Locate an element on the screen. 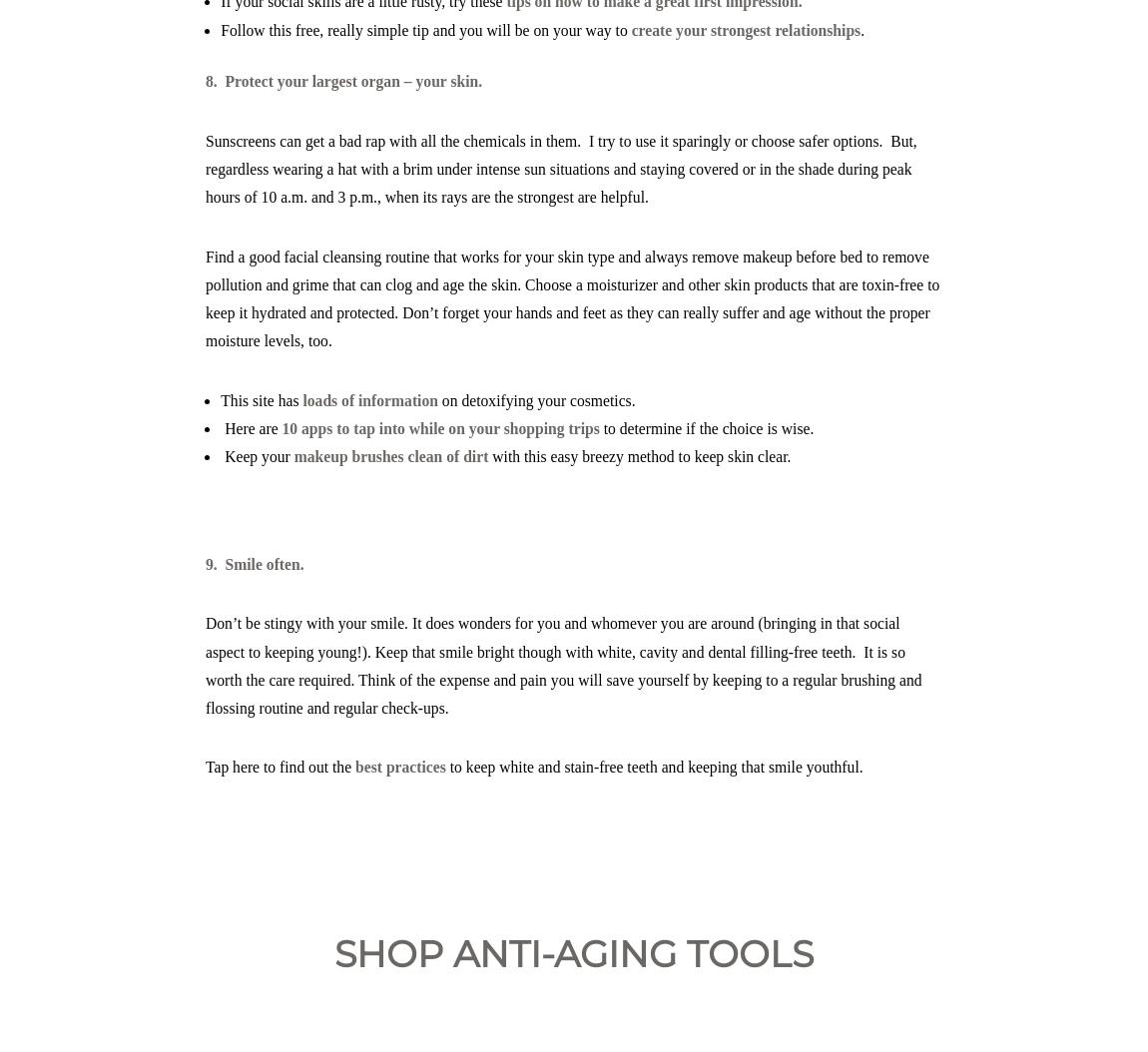 Image resolution: width=1148 pixels, height=1052 pixels. '8.  Protect your largest organ – your skin.' is located at coordinates (204, 80).